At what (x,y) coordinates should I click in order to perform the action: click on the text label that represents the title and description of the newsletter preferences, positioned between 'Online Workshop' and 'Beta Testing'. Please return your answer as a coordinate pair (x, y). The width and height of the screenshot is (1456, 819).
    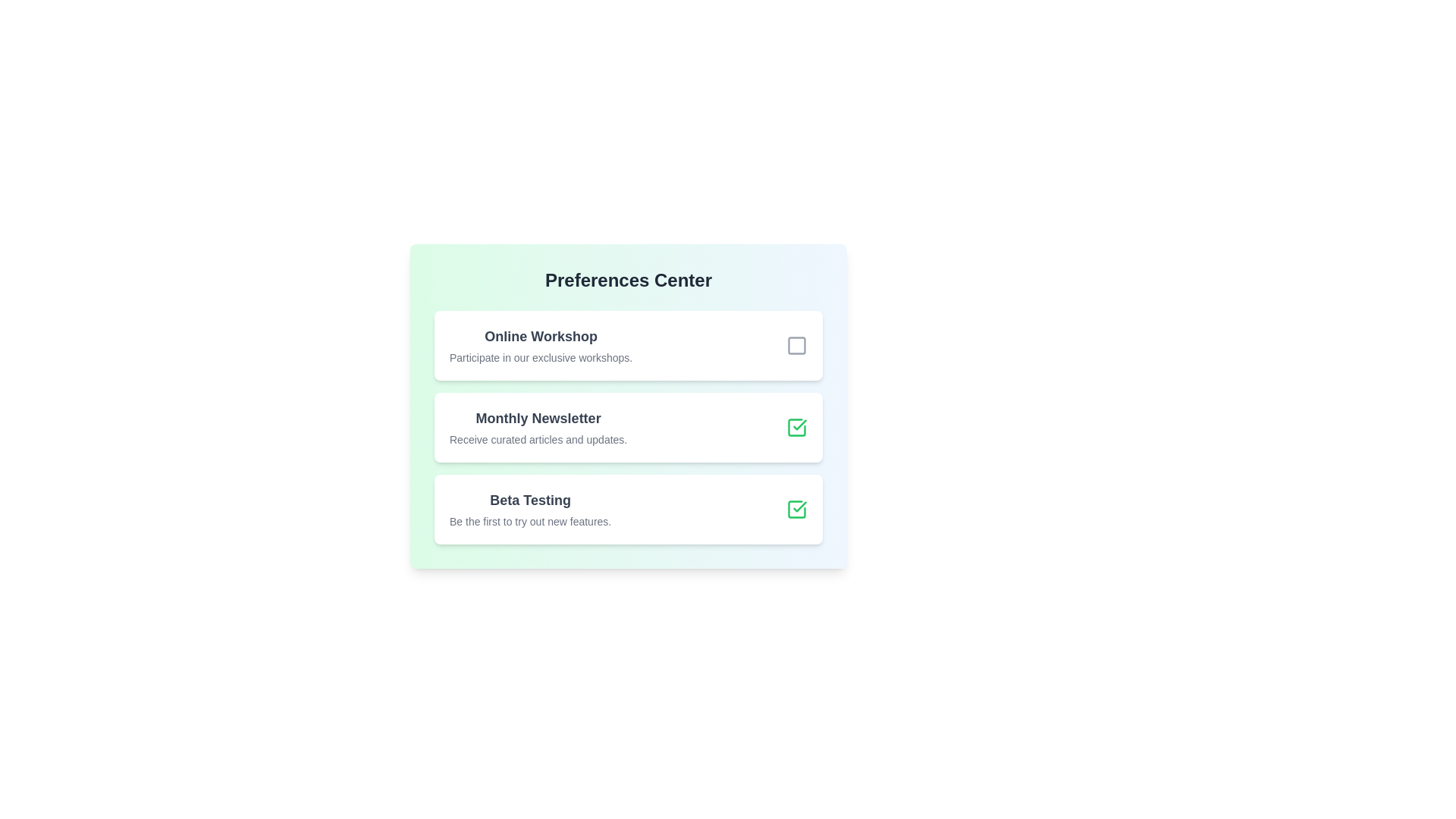
    Looking at the image, I should click on (538, 427).